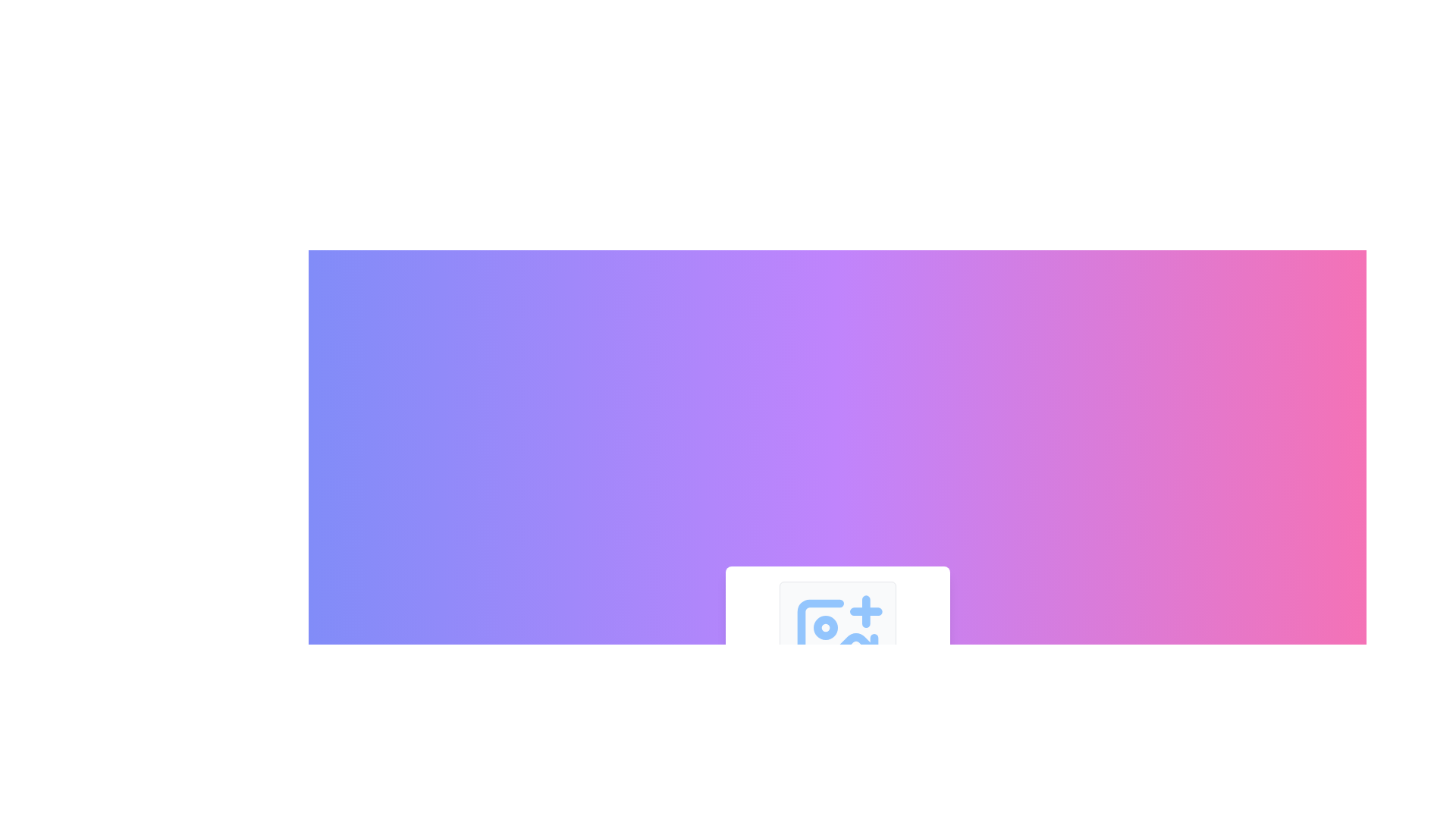  Describe the element at coordinates (836, 640) in the screenshot. I see `the rounded rectangular button with a blue image thumbnail icon` at that location.